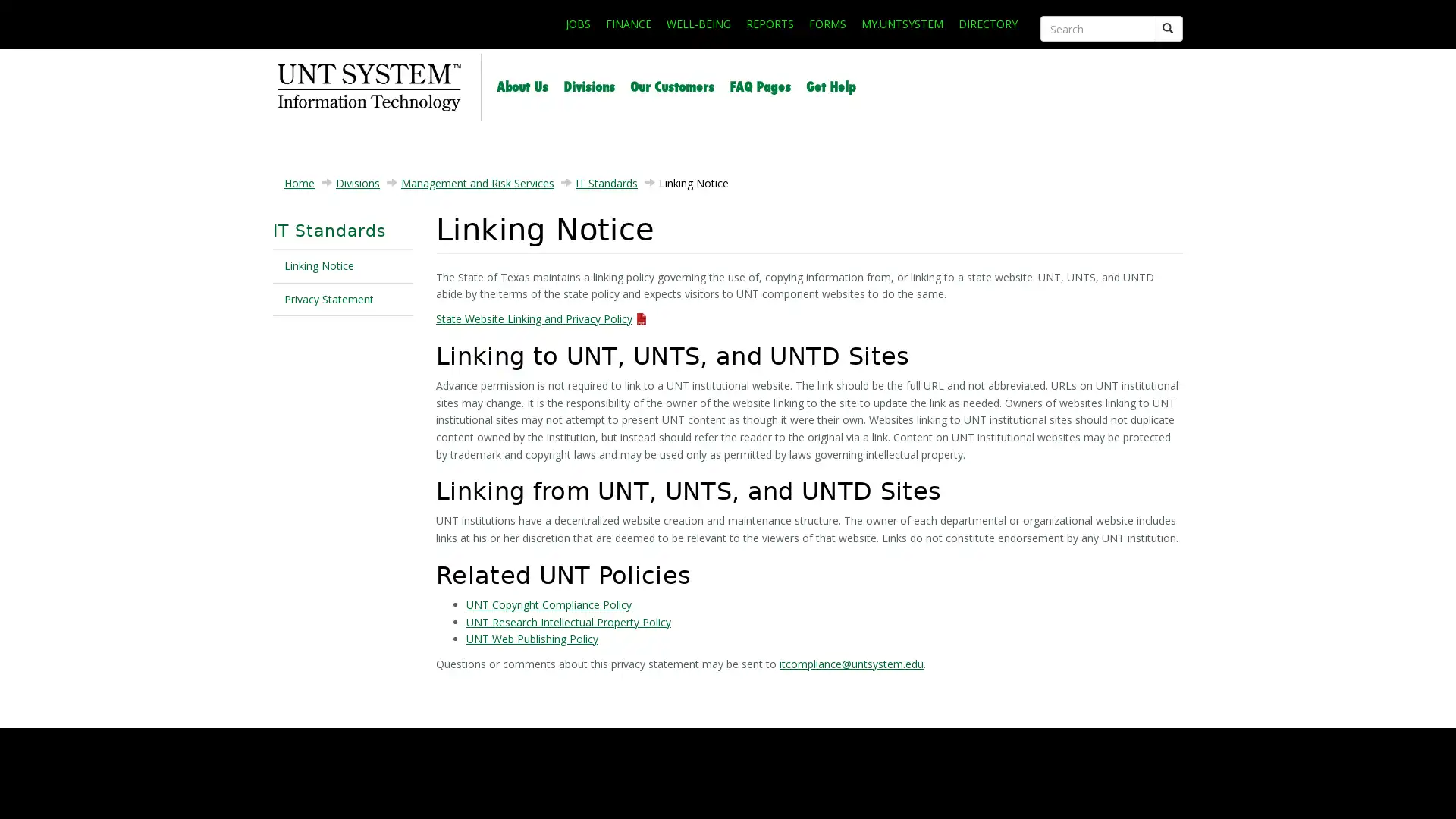  I want to click on Submit, so click(1040, 42).